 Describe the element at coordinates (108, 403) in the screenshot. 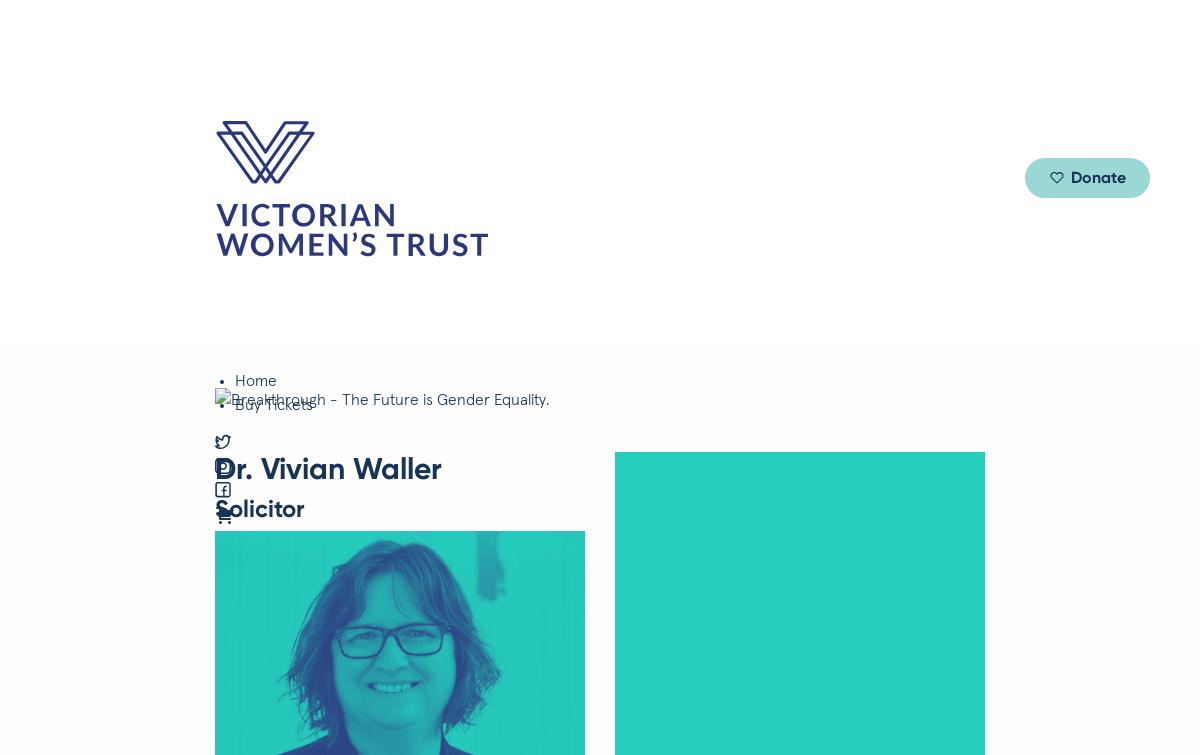

I see `'Author, Journalist + Activist'` at that location.